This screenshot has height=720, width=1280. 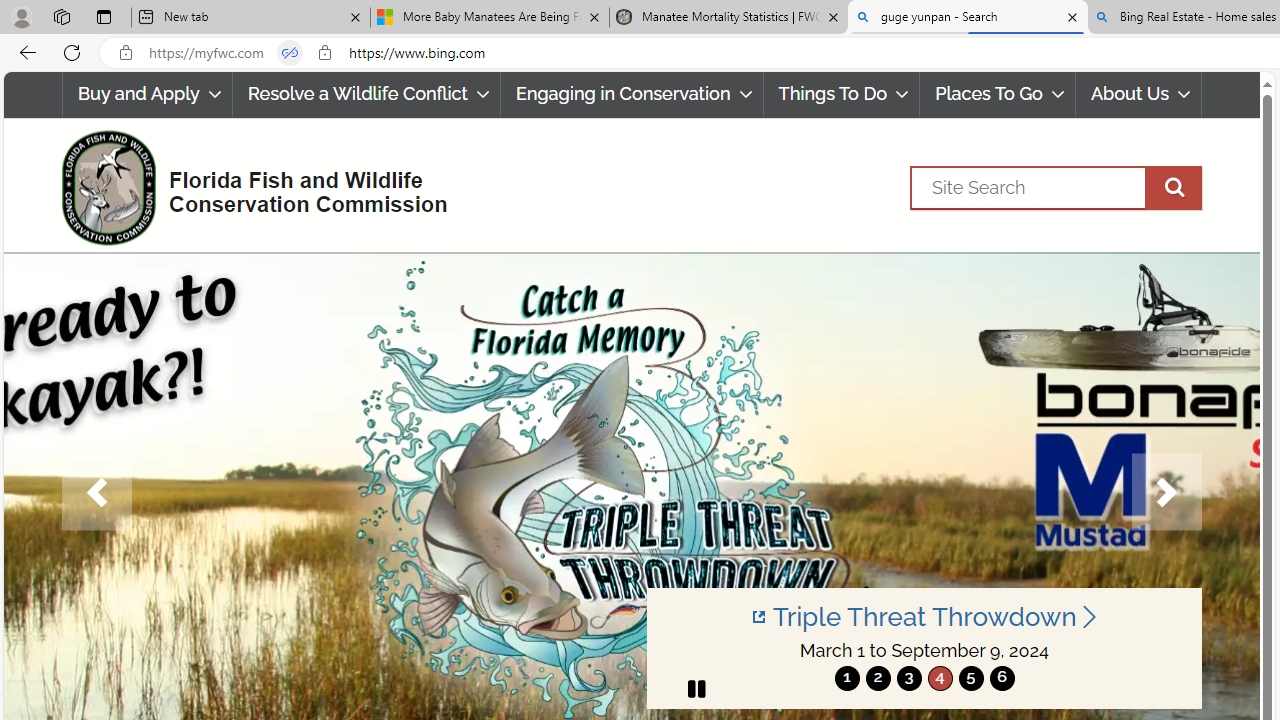 I want to click on 'Tabs in split screen', so click(x=288, y=52).